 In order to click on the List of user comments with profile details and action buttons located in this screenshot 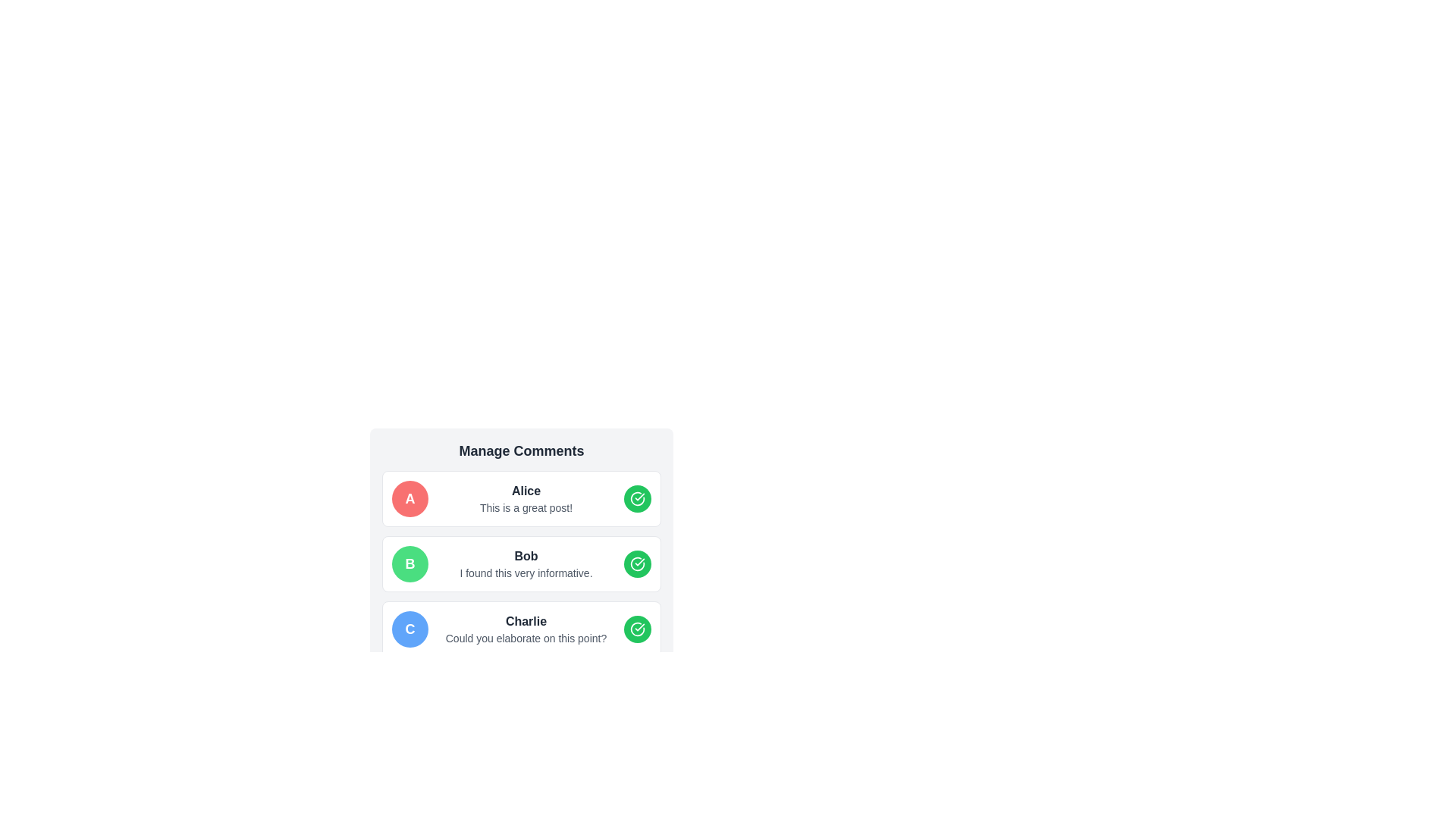, I will do `click(521, 564)`.